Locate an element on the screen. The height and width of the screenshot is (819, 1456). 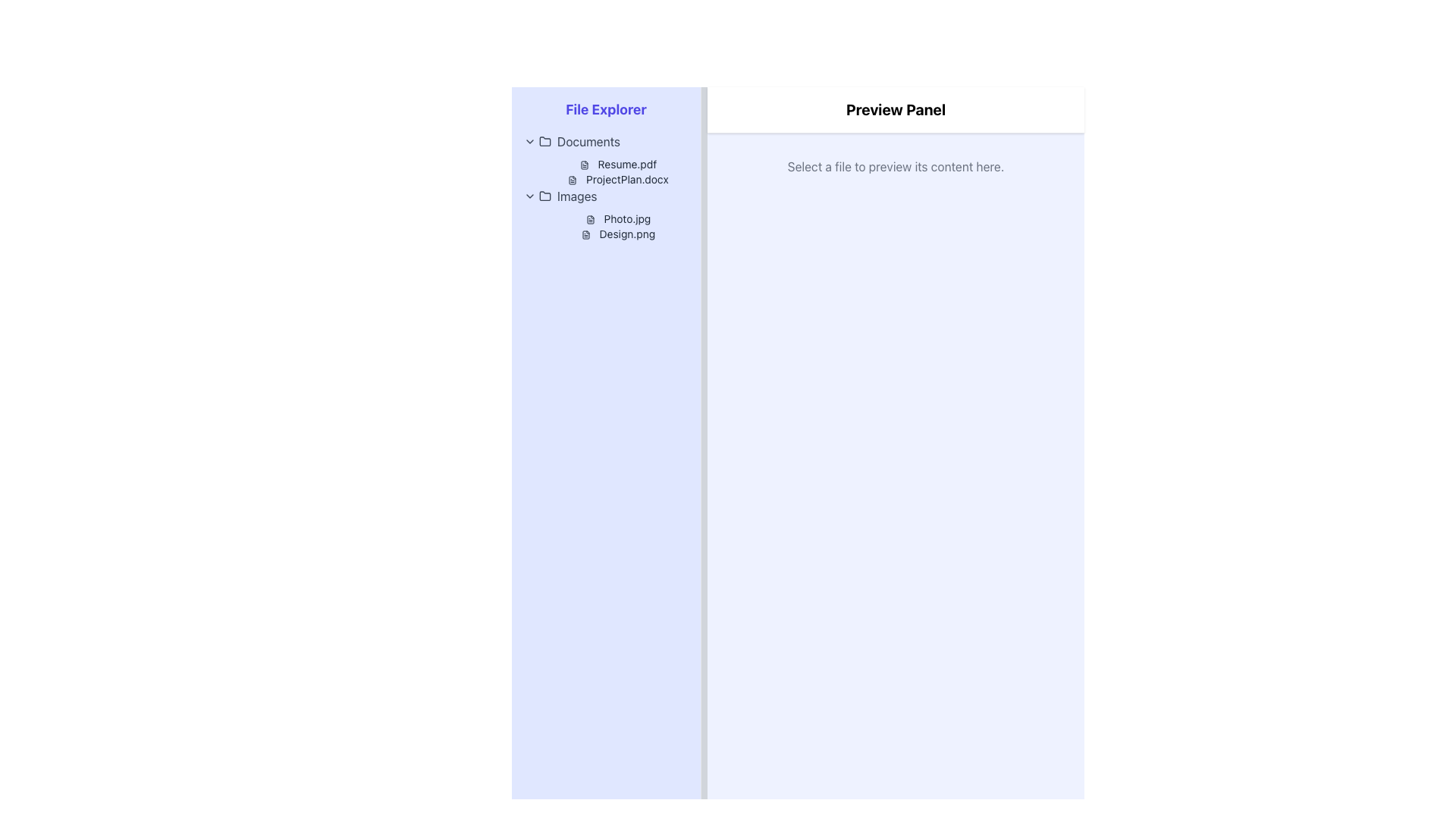
the small downward-pointing chevron icon next to the 'Documents' label is located at coordinates (530, 141).